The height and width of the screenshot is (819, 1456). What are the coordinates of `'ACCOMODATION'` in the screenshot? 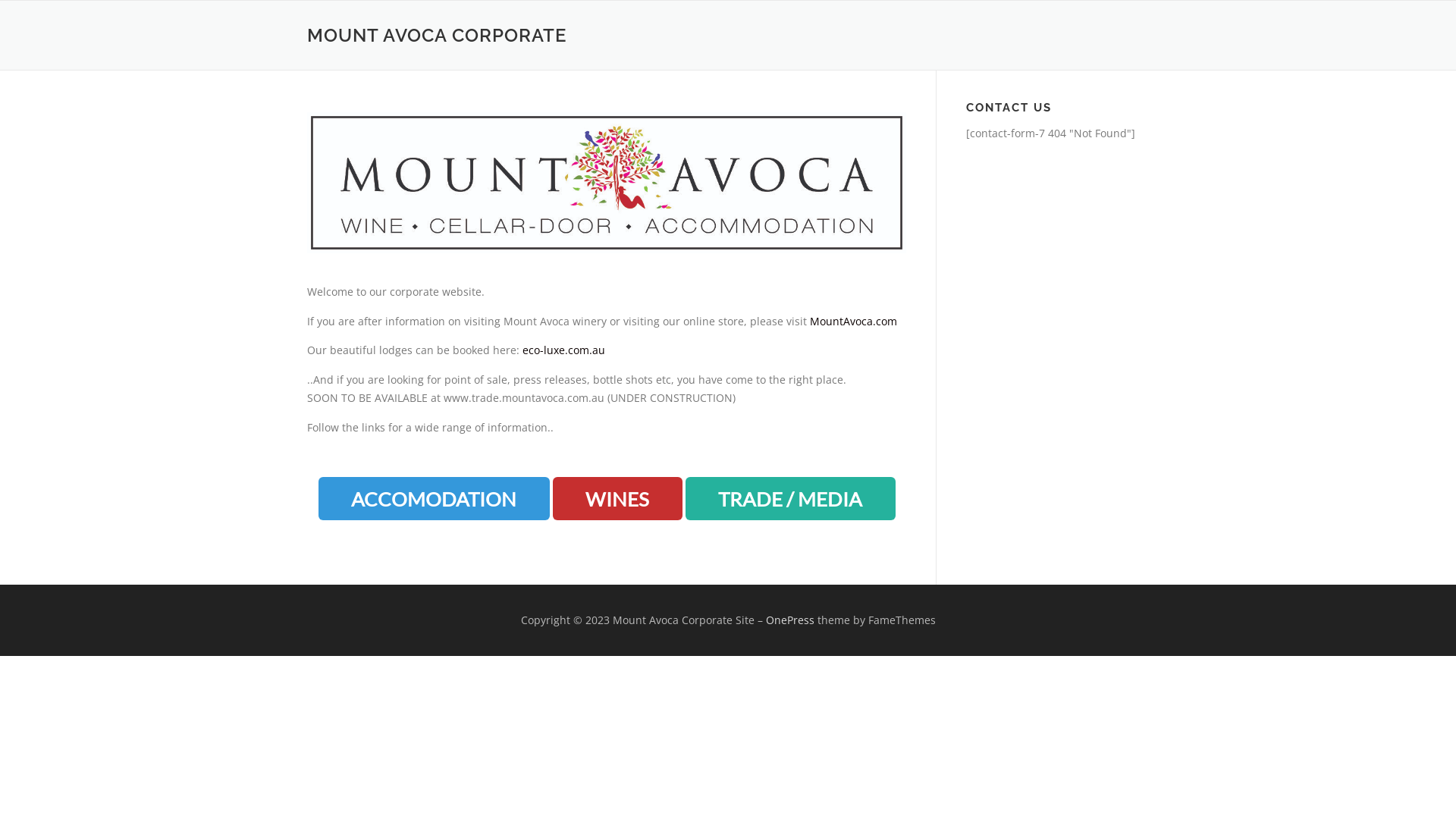 It's located at (433, 498).